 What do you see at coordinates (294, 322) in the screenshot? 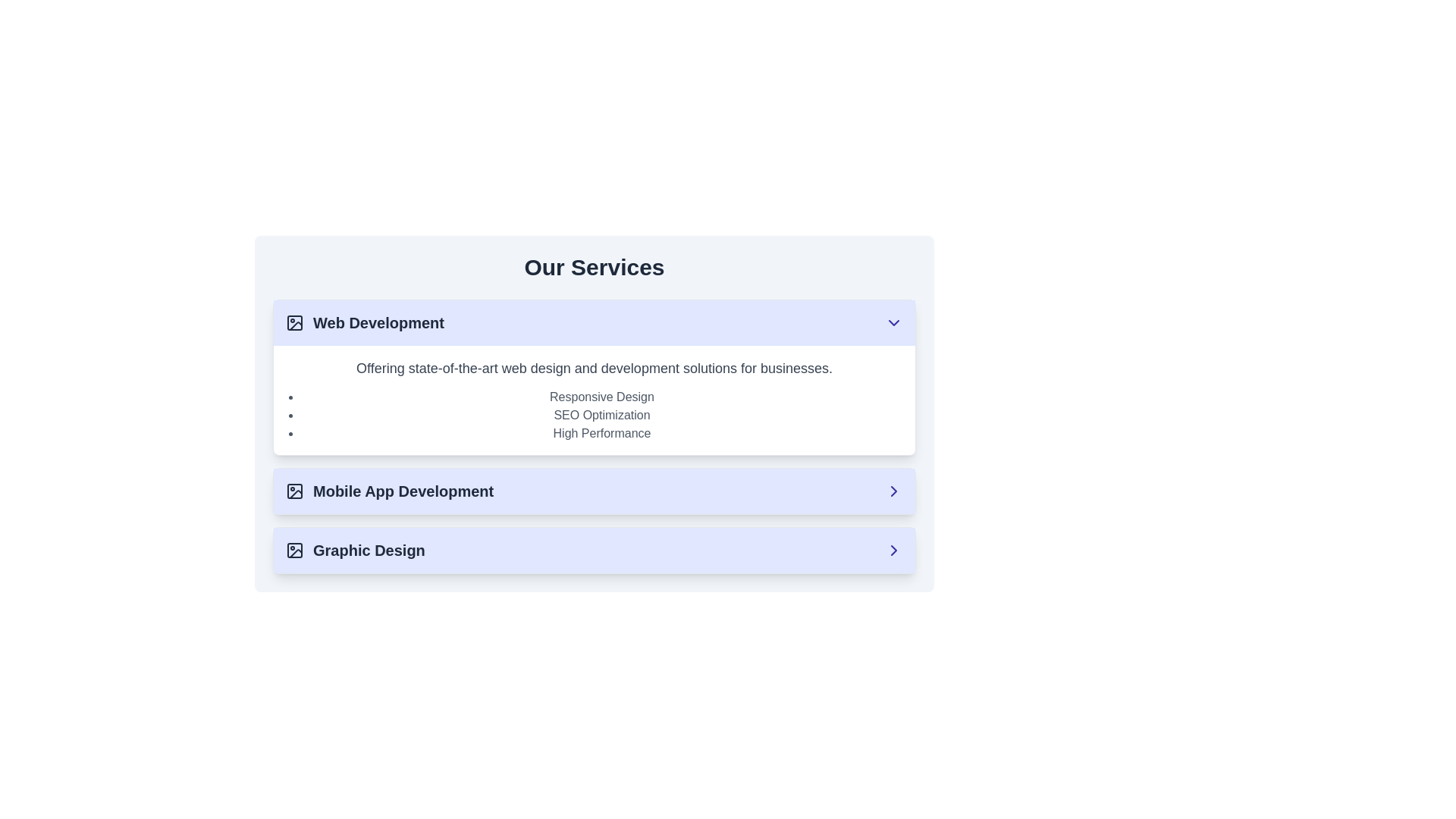
I see `the image icon located at the far-left side of the 'Web Development' section heading, preceding the text 'Web Development', which is part of the content block titled 'Our Services'` at bounding box center [294, 322].